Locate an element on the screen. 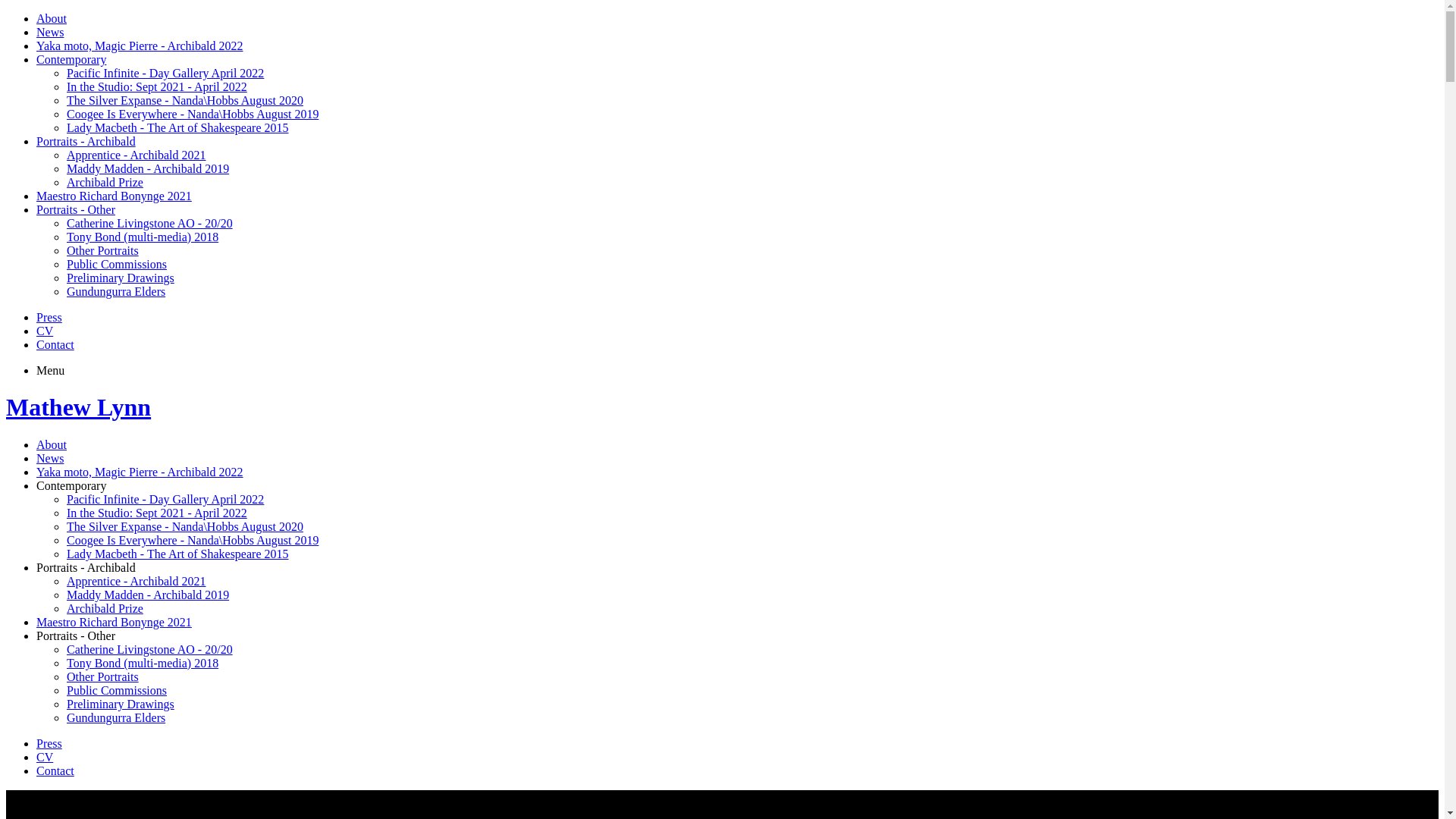  'Gundungurra Elders' is located at coordinates (65, 717).